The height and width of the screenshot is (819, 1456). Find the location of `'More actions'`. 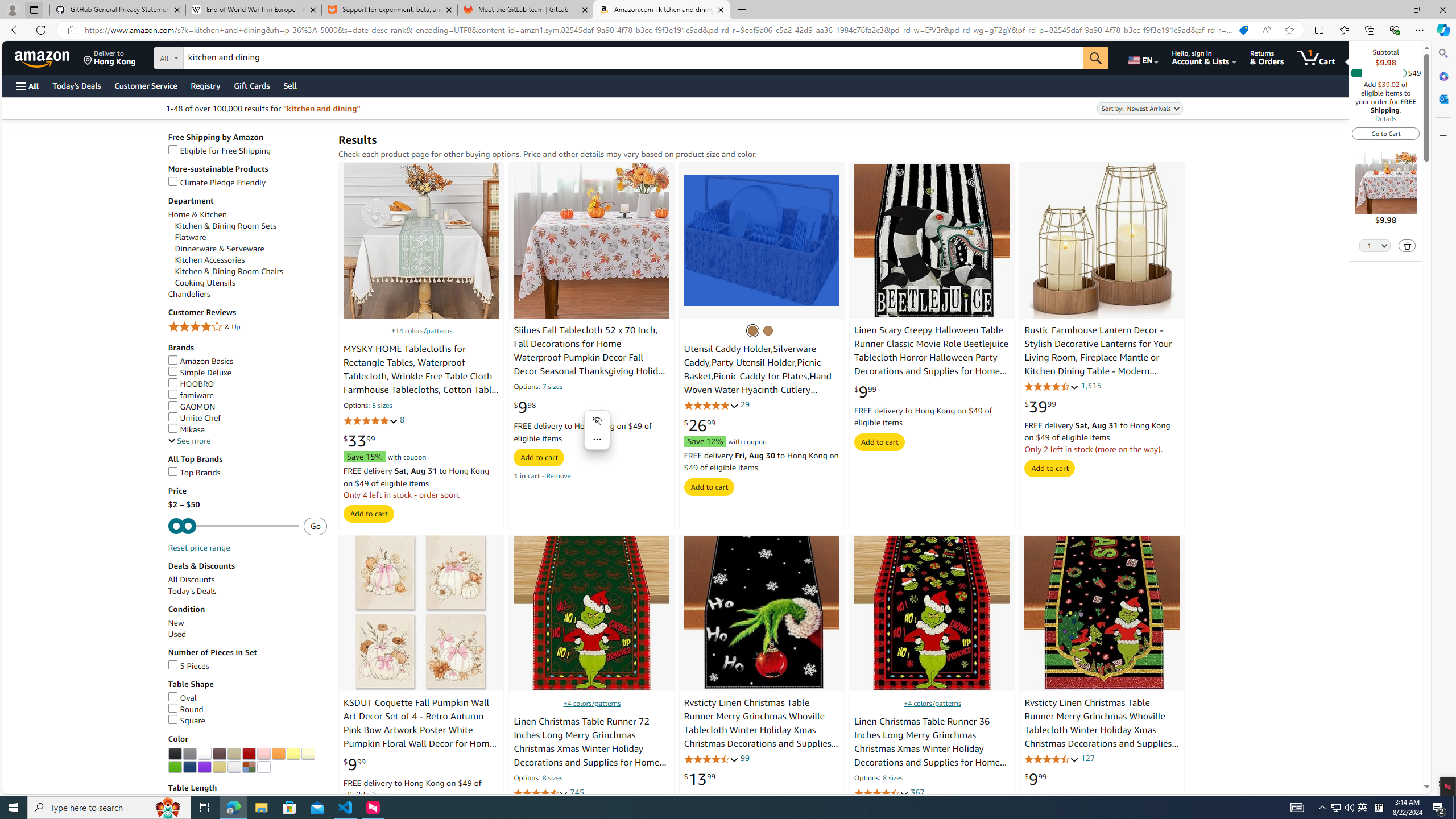

'More actions' is located at coordinates (597, 438).